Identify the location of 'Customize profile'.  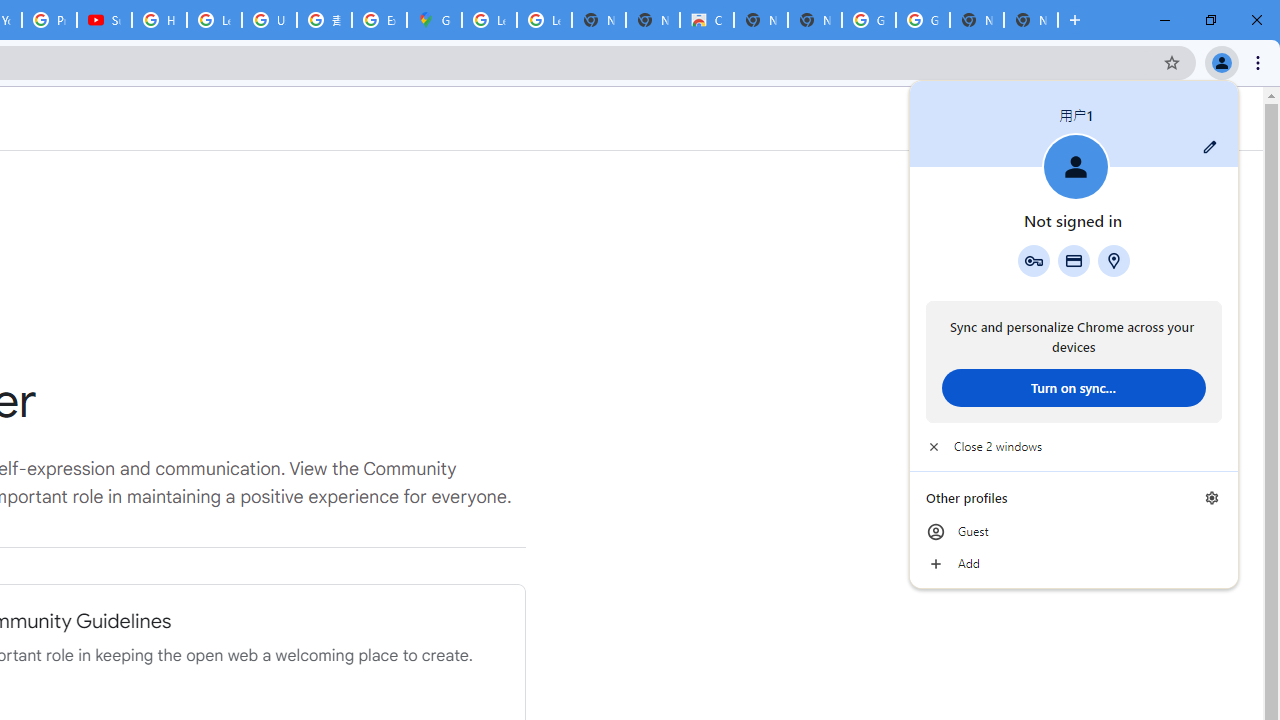
(1209, 146).